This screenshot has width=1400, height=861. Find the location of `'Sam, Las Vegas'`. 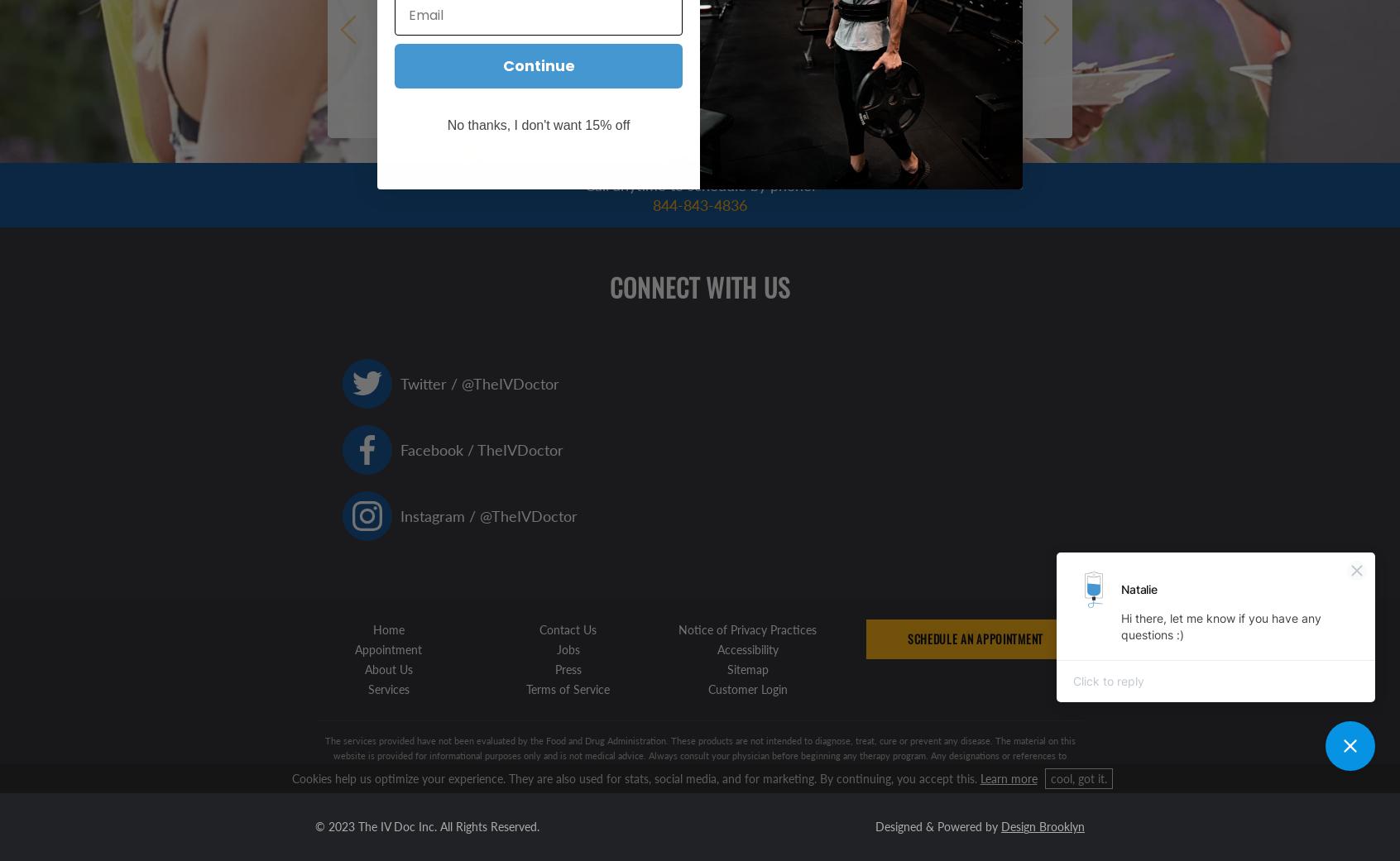

'Sam, Las Vegas' is located at coordinates (802, 37).